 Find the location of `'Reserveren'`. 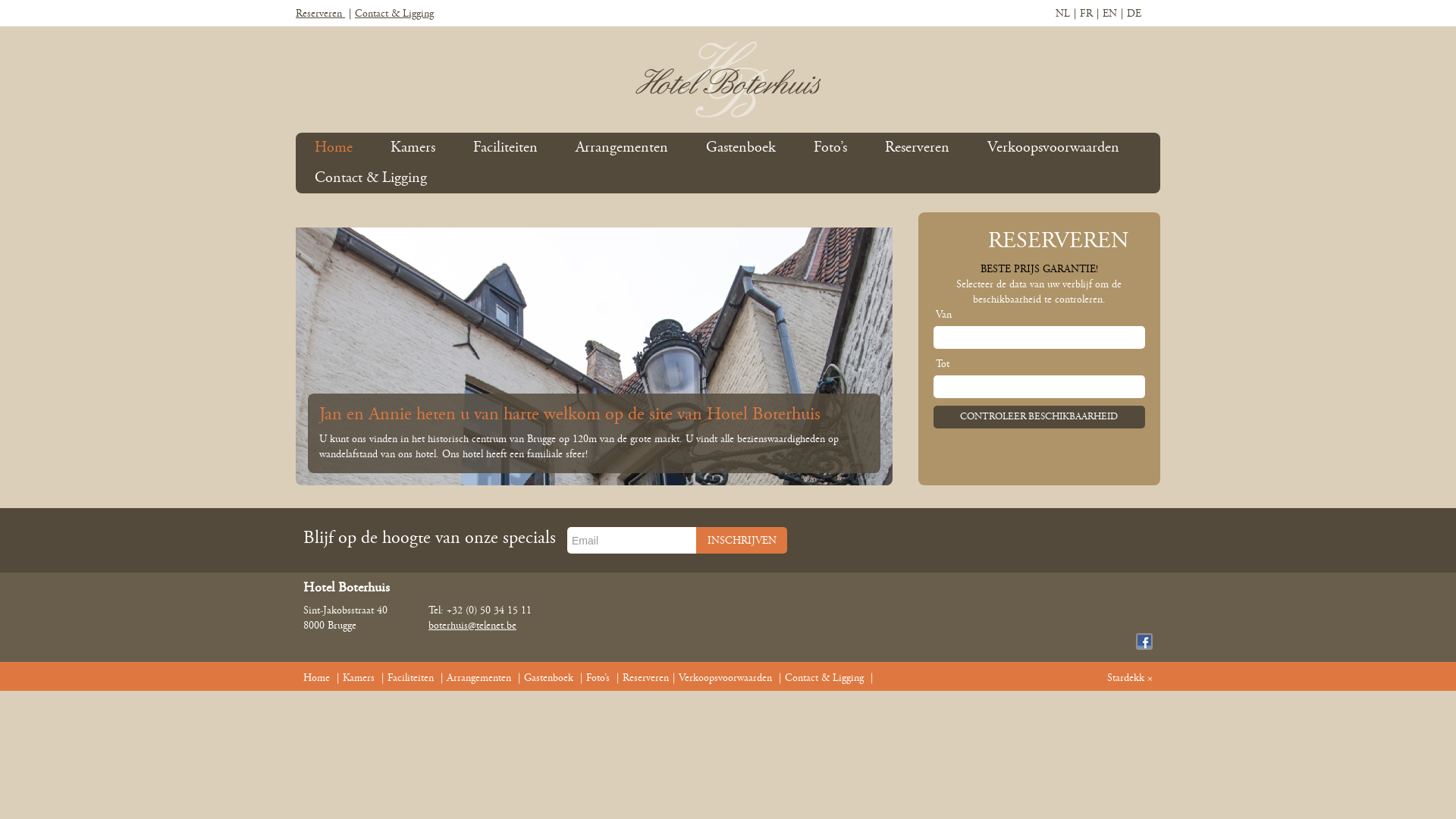

'Reserveren' is located at coordinates (622, 677).